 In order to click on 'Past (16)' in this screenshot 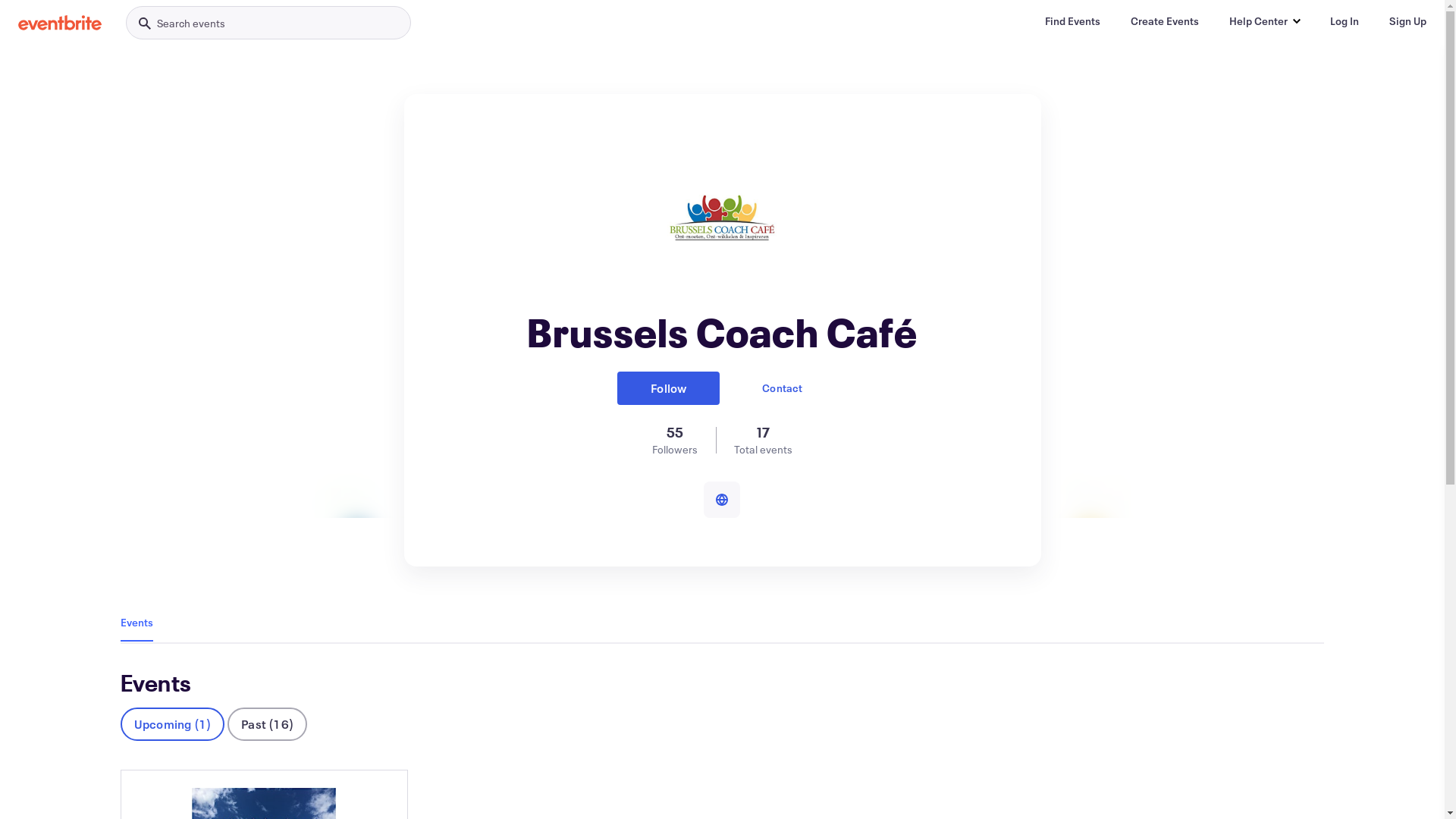, I will do `click(226, 723)`.